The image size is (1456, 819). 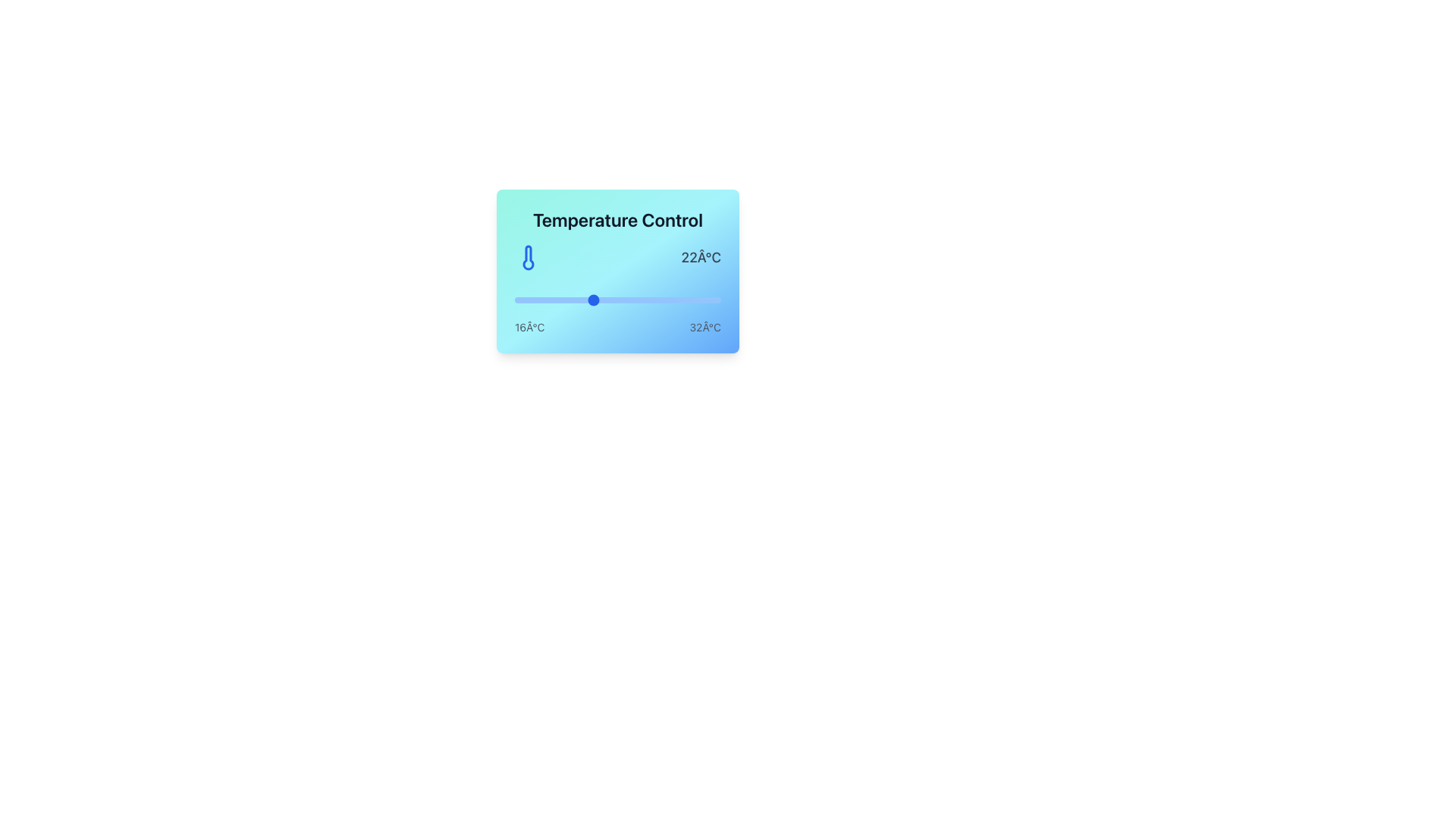 What do you see at coordinates (528, 256) in the screenshot?
I see `the vertical thermometer icon with a blue stroke and white interior, located within the 'Temperature Control' card layout` at bounding box center [528, 256].